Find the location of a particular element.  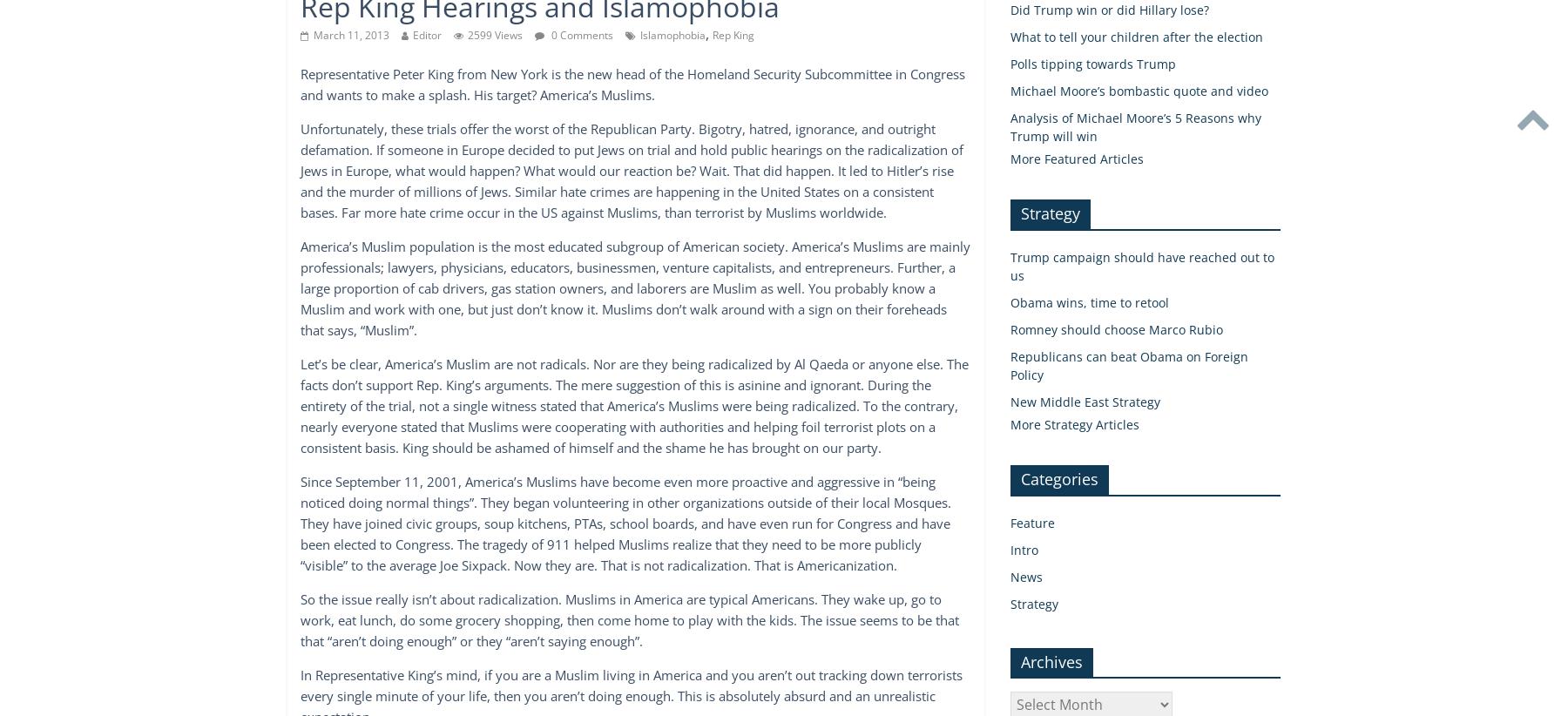

'More Strategy Articles' is located at coordinates (1074, 423).